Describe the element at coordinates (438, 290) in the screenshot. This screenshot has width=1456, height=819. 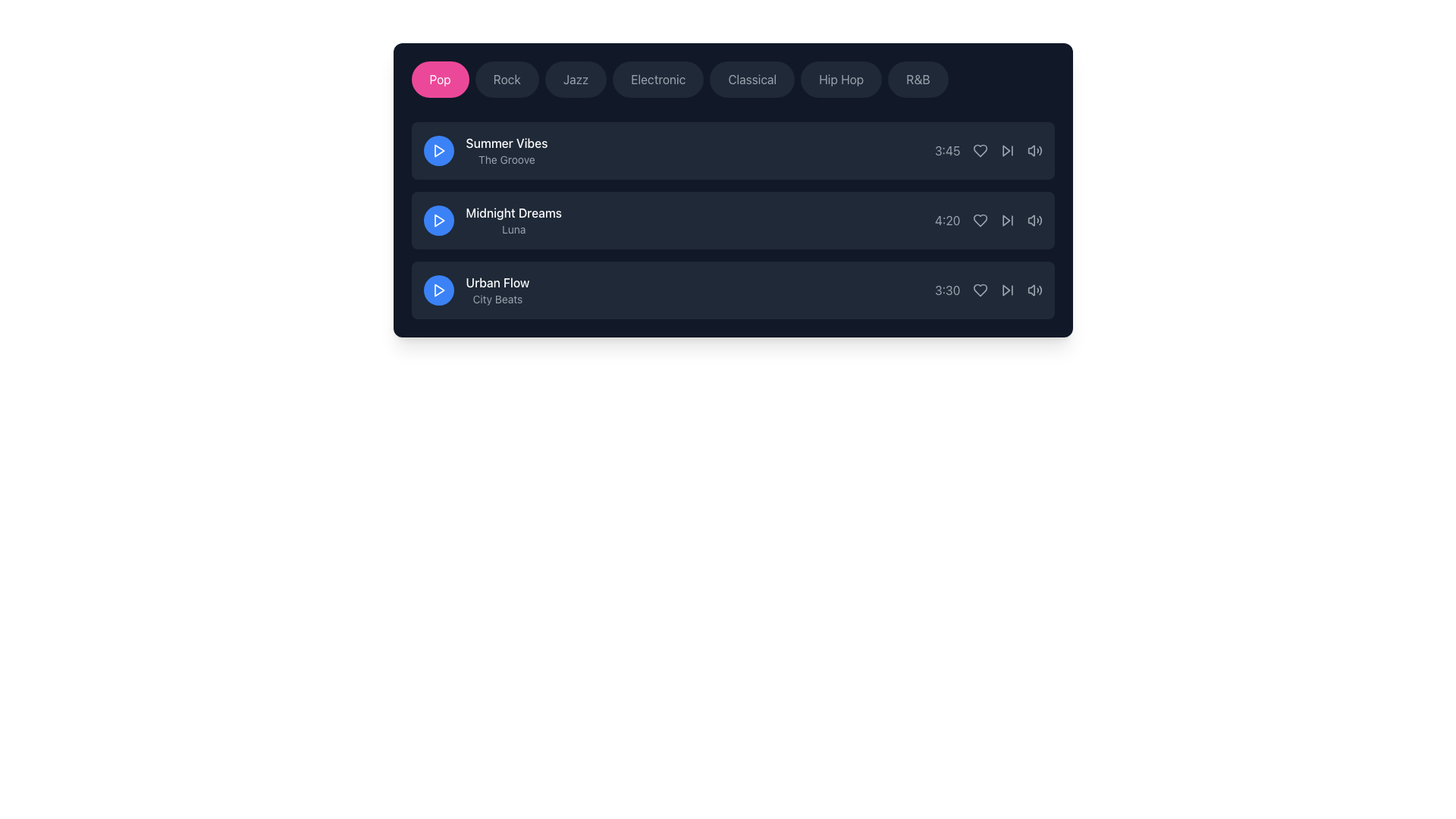
I see `the circular blue button with a white play icon to play the song 'Urban Flow'` at that location.